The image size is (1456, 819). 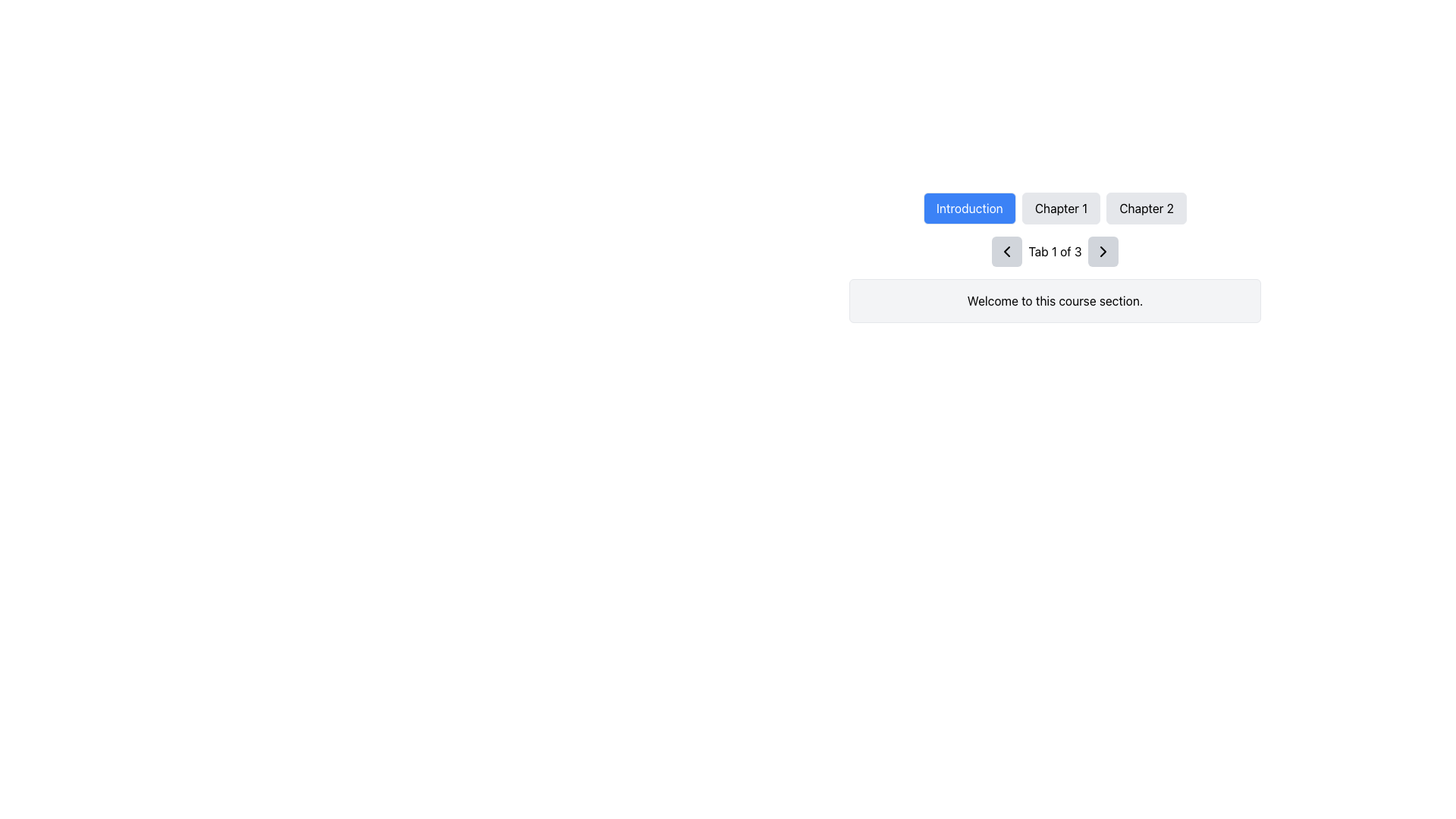 I want to click on the navigation button in the top middle region of the interface, so click(x=1054, y=208).